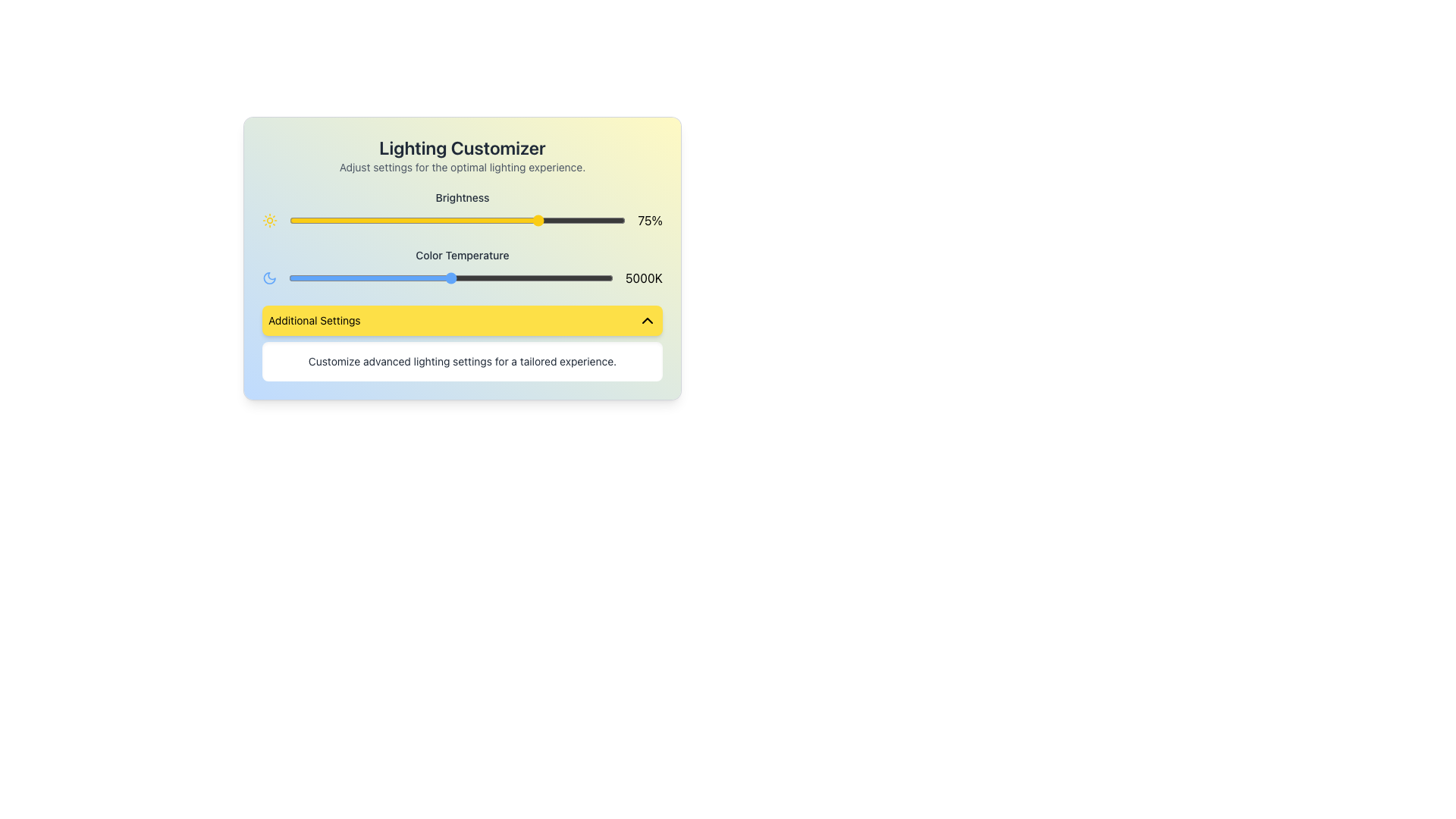 This screenshot has width=1456, height=819. What do you see at coordinates (461, 362) in the screenshot?
I see `the static text that provides details about advanced lighting settings in the 'Lighting Customizer' interface, located below the 'Additional Settings' button` at bounding box center [461, 362].